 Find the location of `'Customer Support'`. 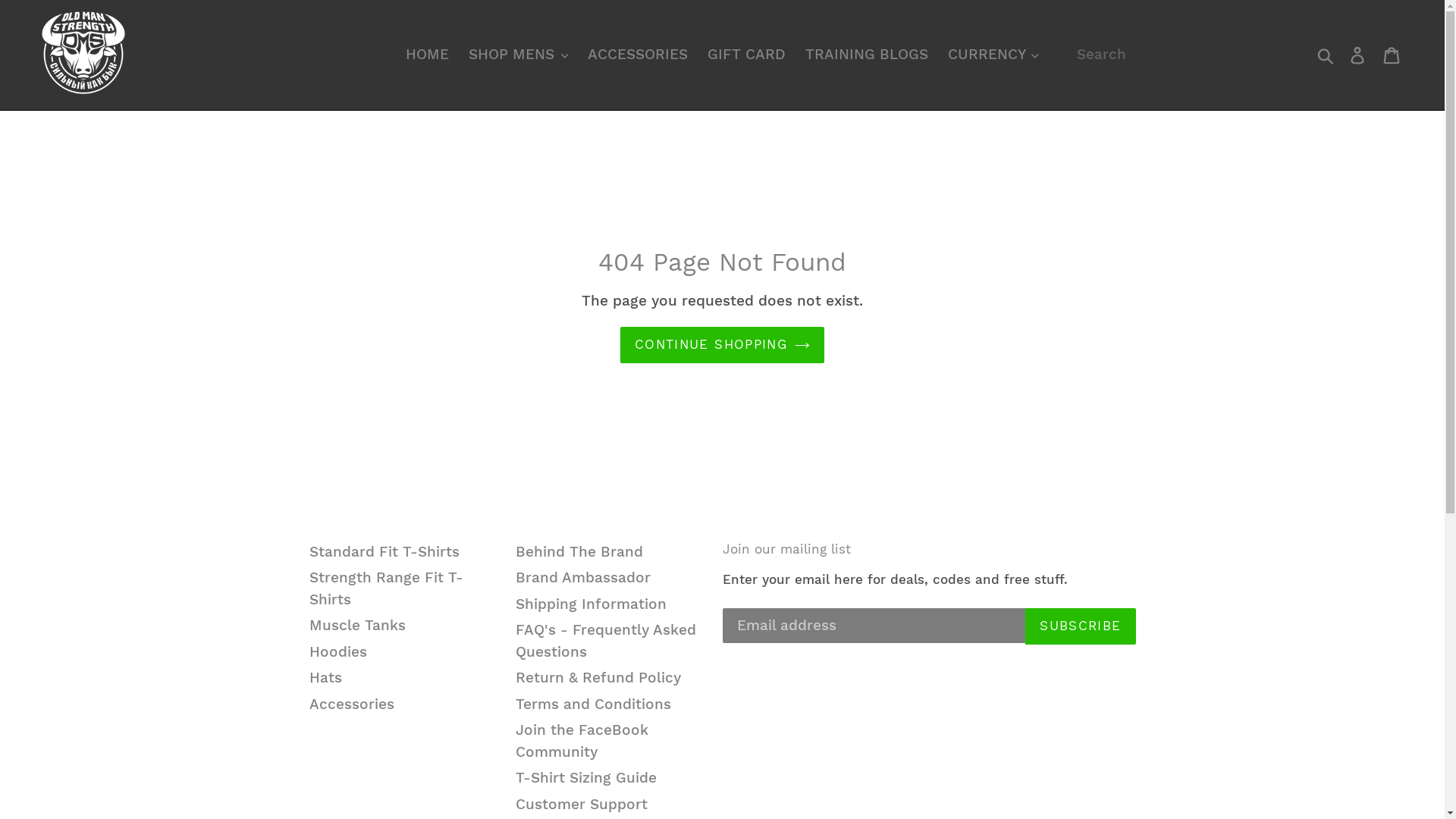

'Customer Support' is located at coordinates (581, 803).